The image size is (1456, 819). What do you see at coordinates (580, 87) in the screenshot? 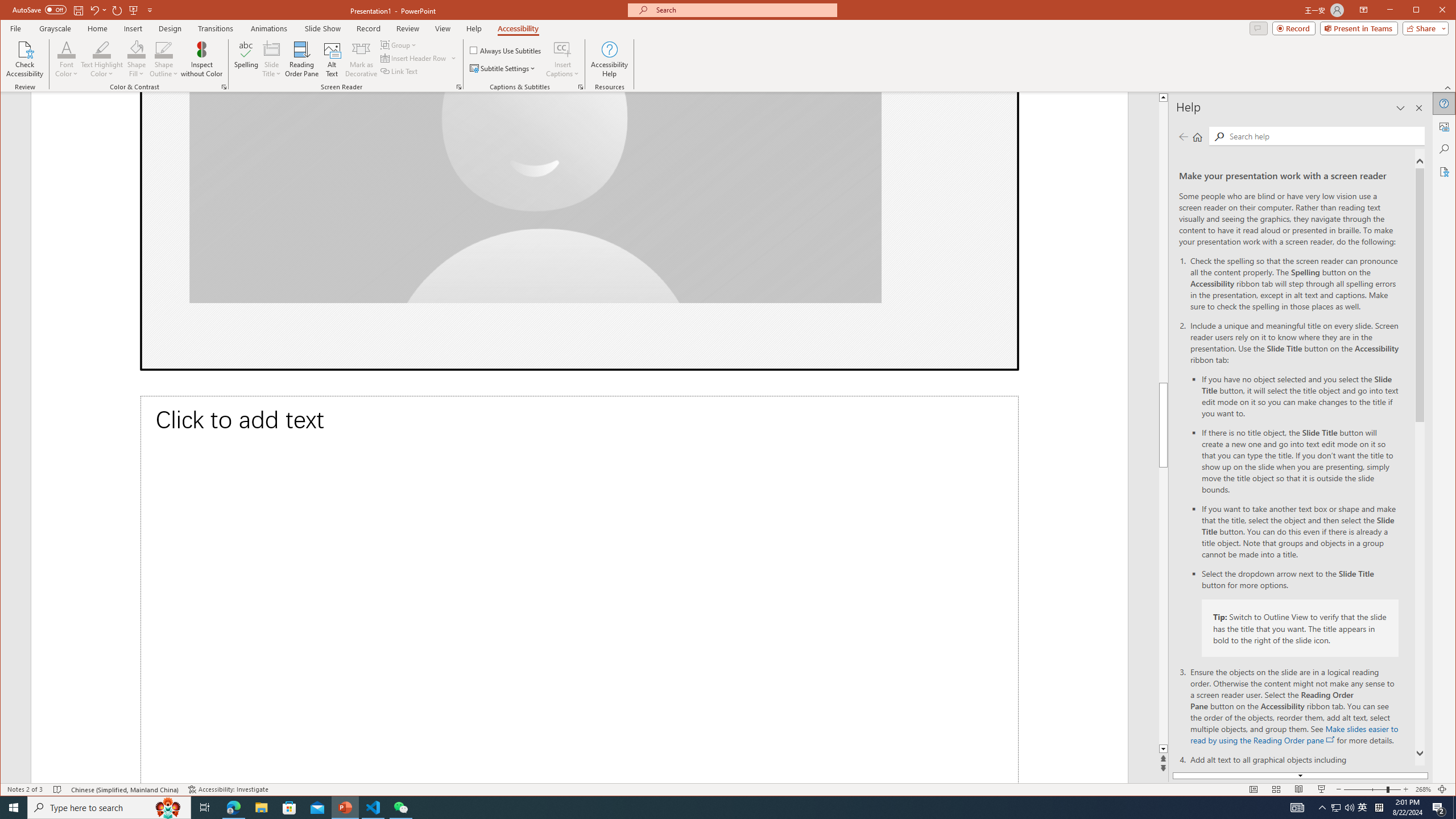
I see `'Captions & Subtitles'` at bounding box center [580, 87].